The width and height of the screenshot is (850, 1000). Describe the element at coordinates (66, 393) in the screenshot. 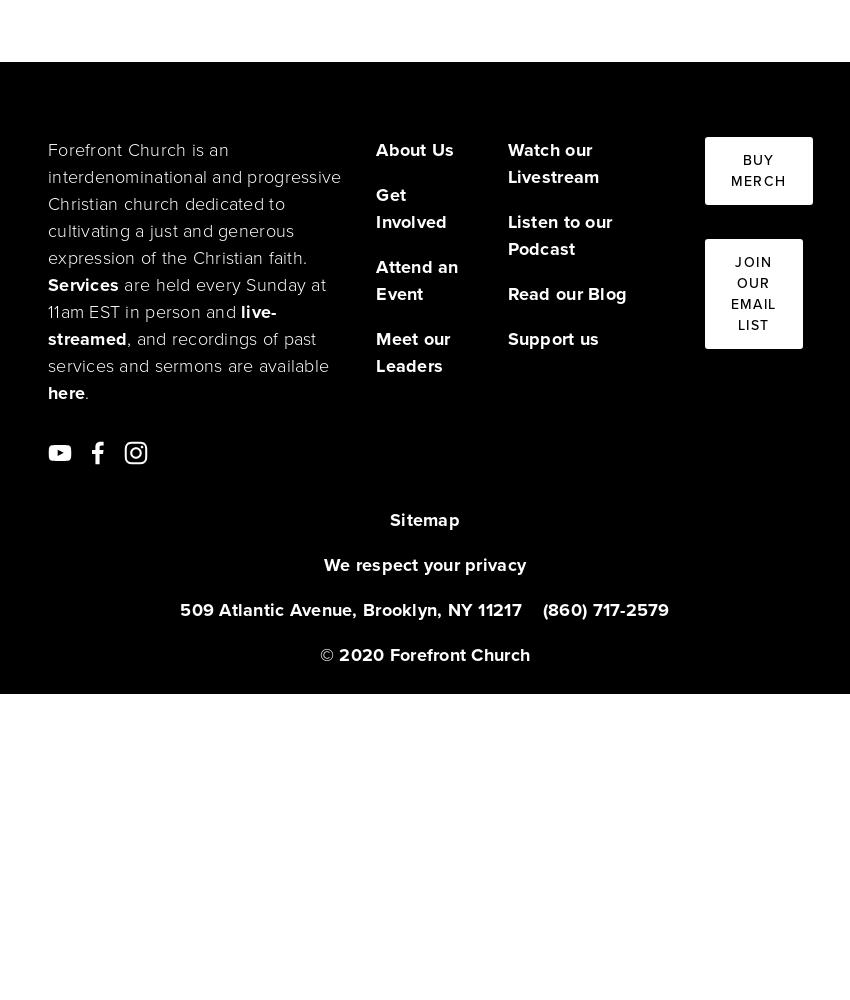

I see `'here'` at that location.